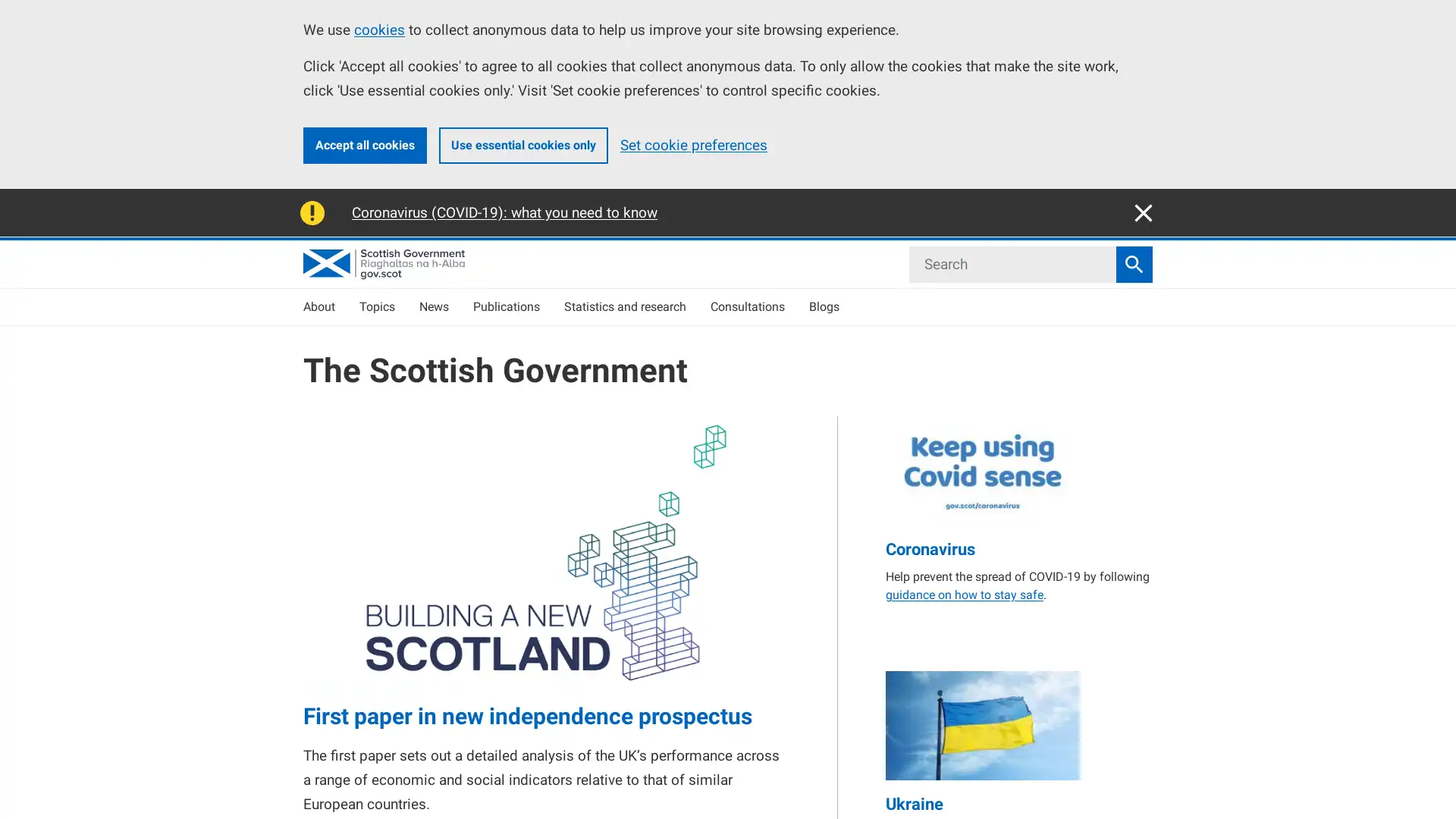 This screenshot has height=819, width=1456. I want to click on Close this notification, so click(1143, 212).